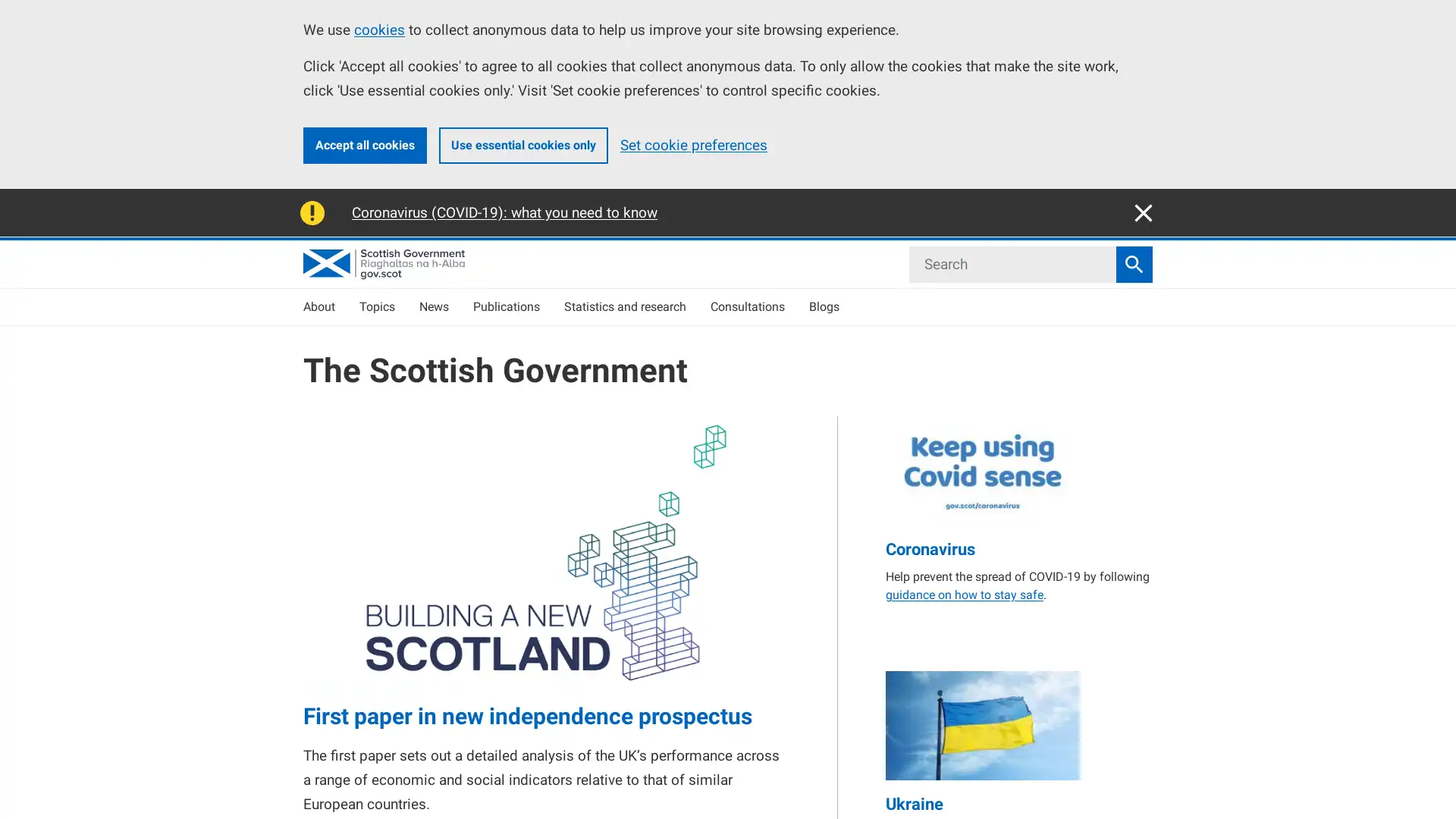 This screenshot has height=819, width=1456. I want to click on Close this notification, so click(1143, 212).